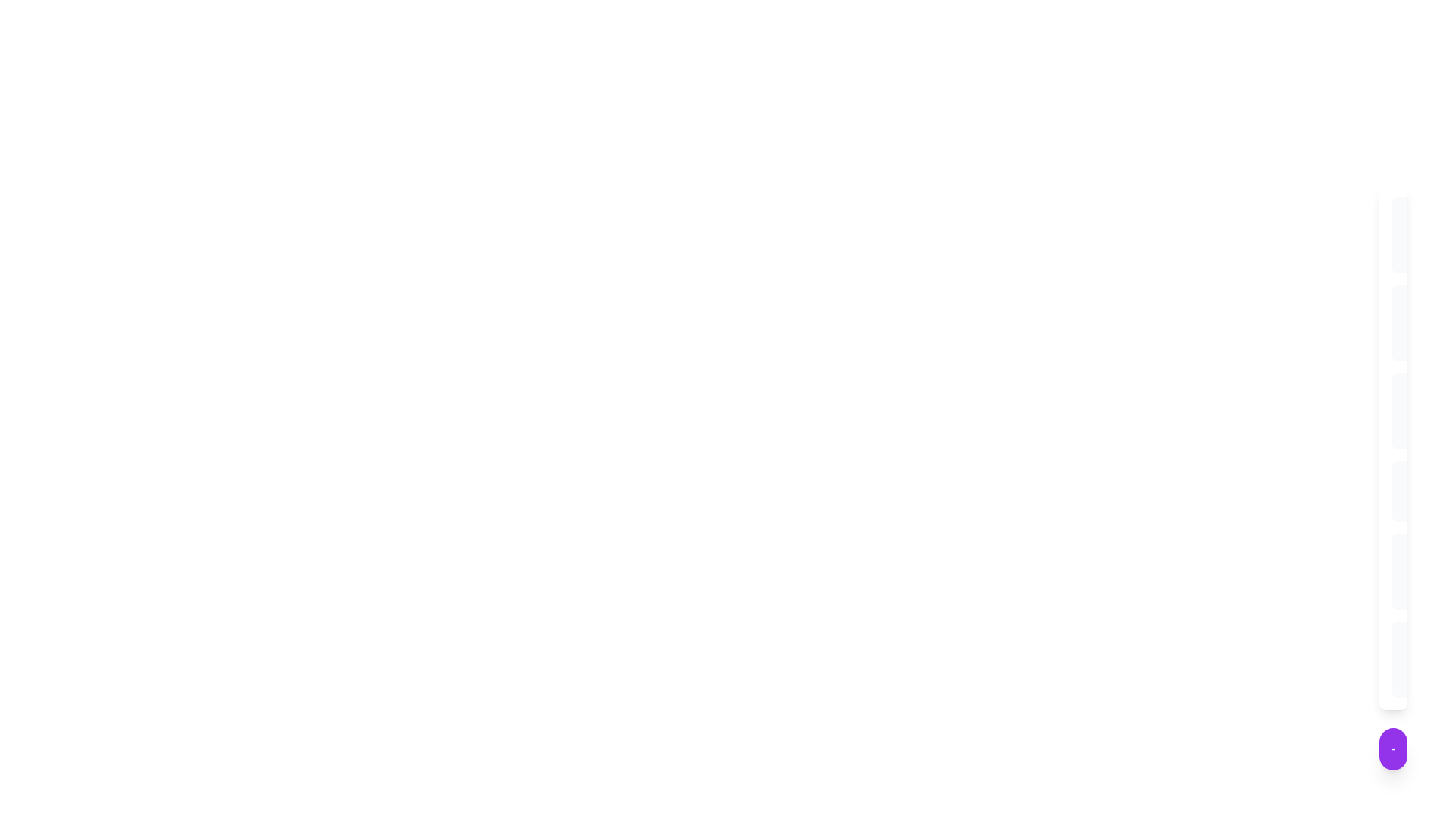 The image size is (1456, 819). Describe the element at coordinates (1393, 748) in the screenshot. I see `the toggle button to open or close the menu` at that location.